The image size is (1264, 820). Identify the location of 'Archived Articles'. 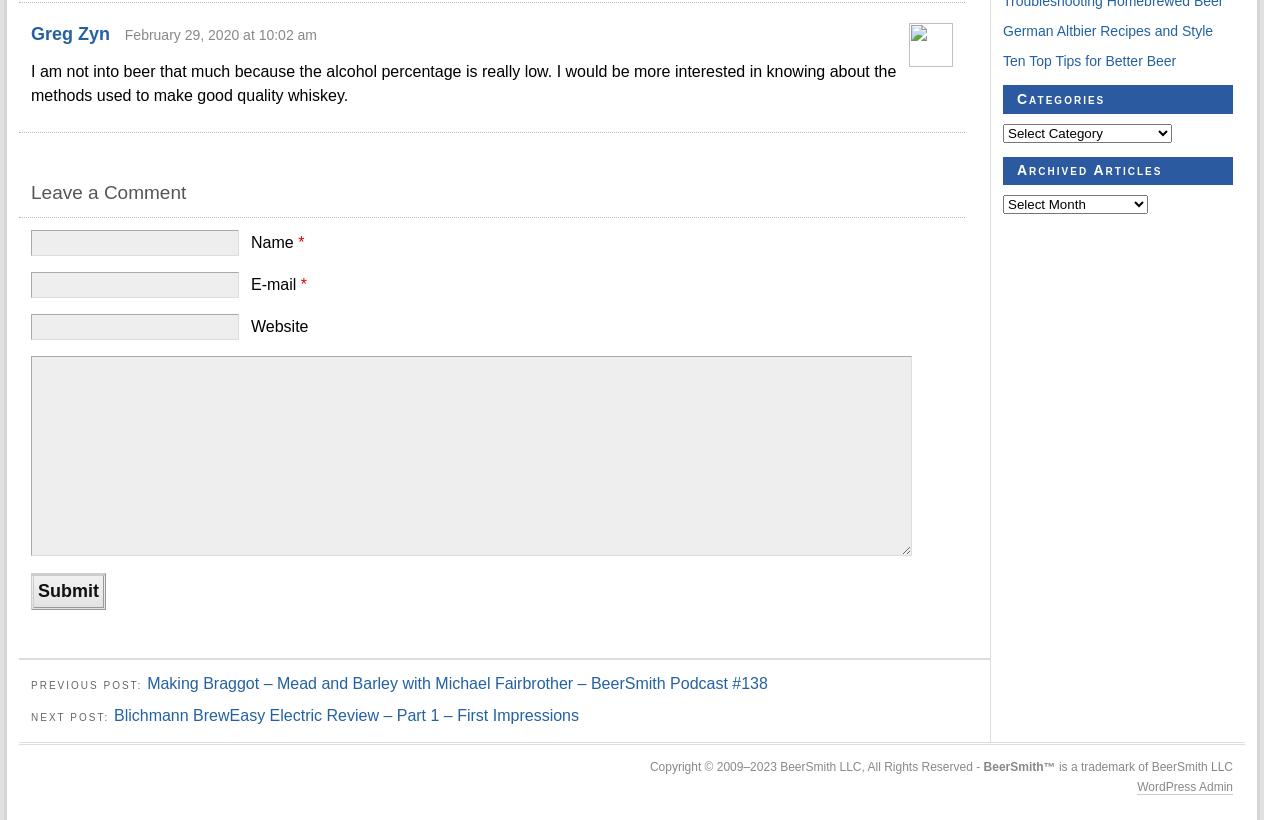
(1016, 169).